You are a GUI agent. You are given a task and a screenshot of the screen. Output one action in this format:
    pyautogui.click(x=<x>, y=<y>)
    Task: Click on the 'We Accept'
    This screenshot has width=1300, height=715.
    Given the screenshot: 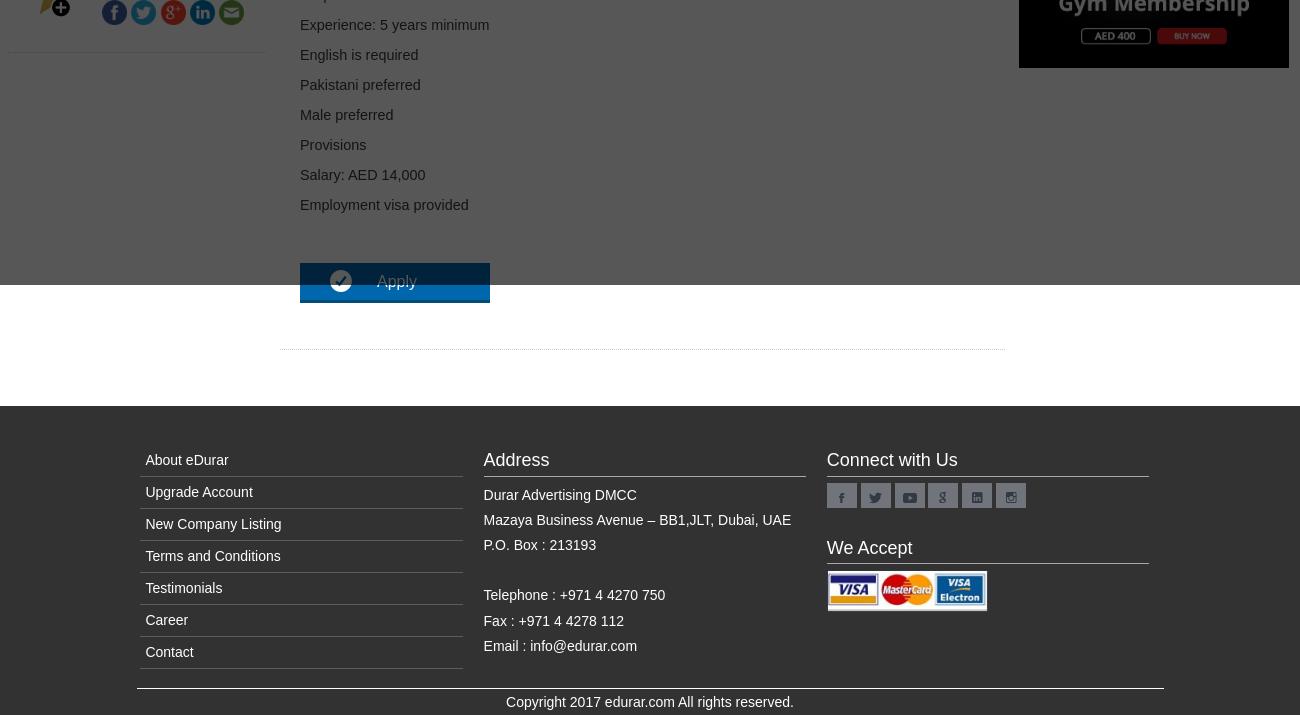 What is the action you would take?
    pyautogui.click(x=826, y=545)
    